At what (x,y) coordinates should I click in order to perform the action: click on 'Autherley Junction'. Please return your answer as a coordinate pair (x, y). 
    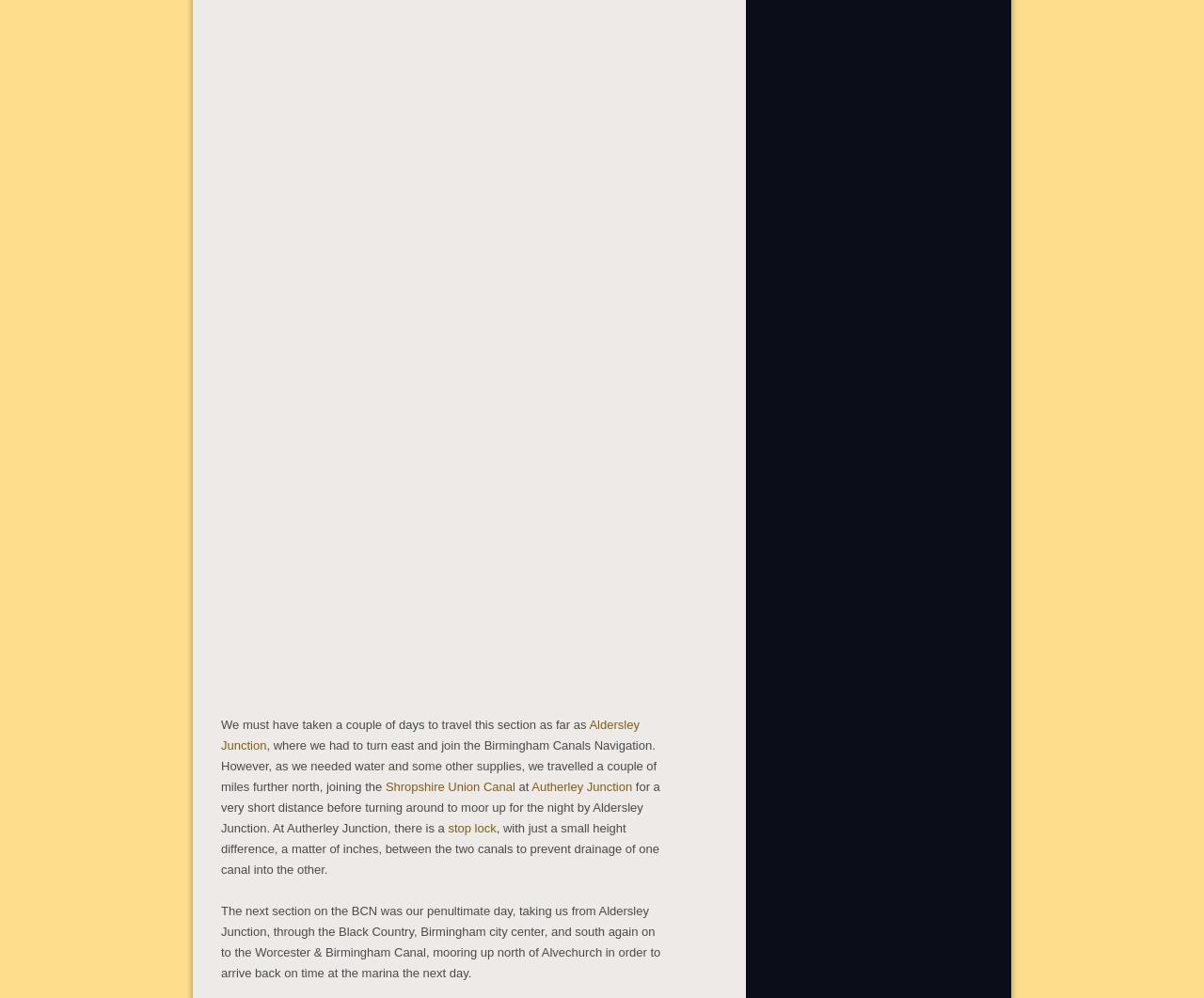
    Looking at the image, I should click on (580, 784).